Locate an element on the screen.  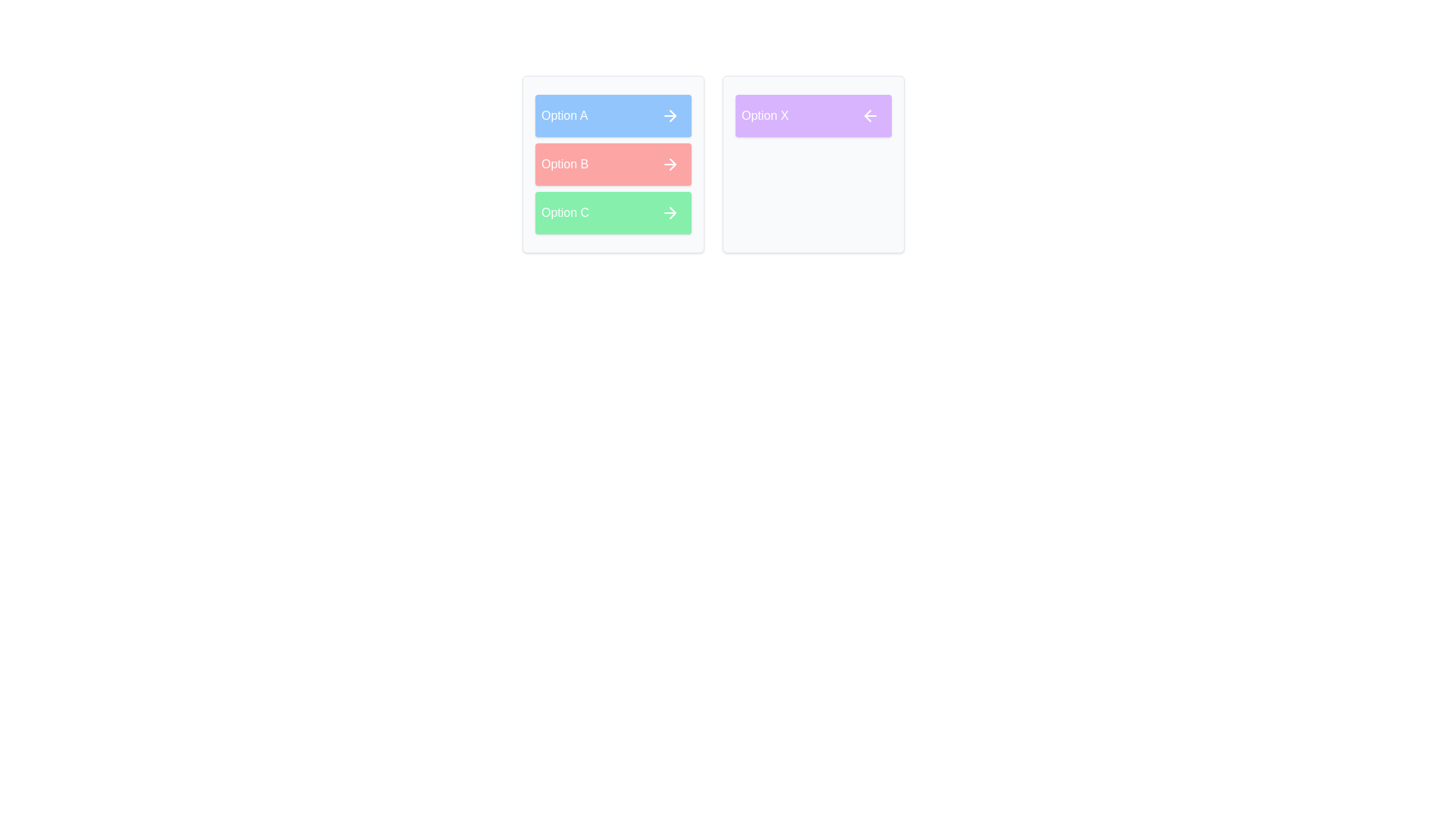
'Move to Right' button for the item Option A in the source list is located at coordinates (669, 115).